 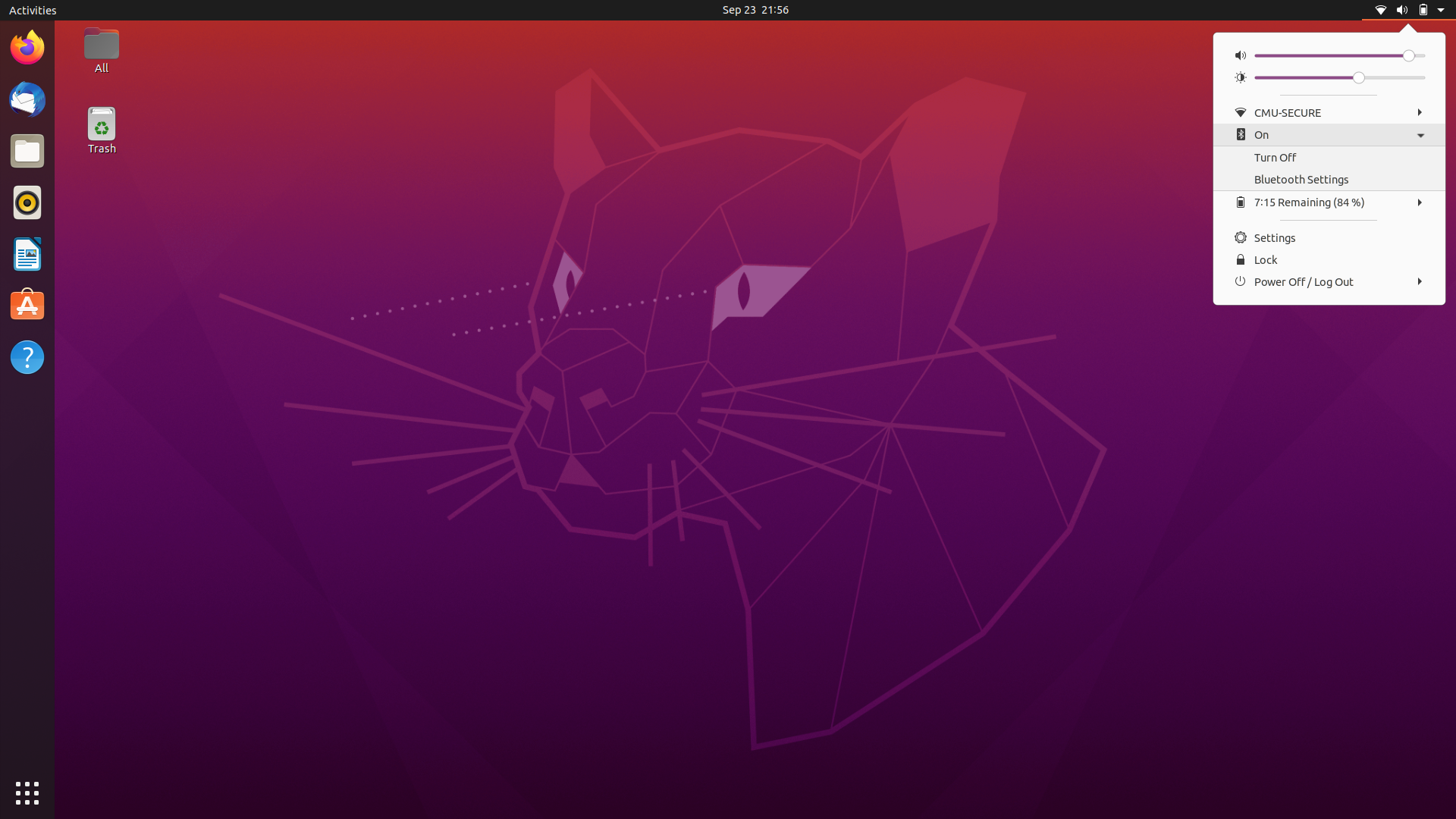 I want to click on All Applications, so click(x=27, y=792).